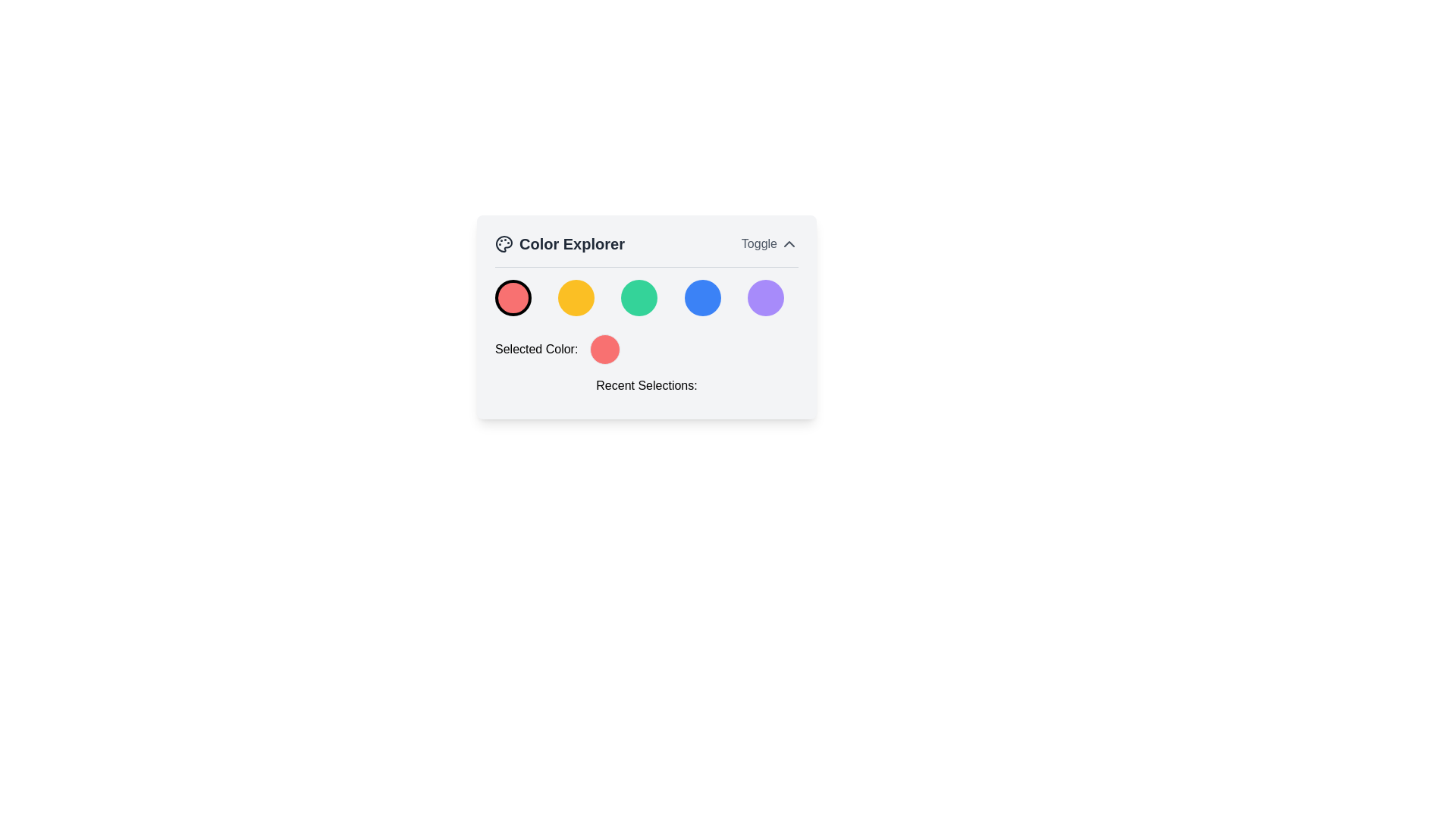  What do you see at coordinates (789, 243) in the screenshot?
I see `the Chevron Arrow icon located in the header area, to the right of the 'Toggle' label, indicating the collapsible or expandable functionality` at bounding box center [789, 243].